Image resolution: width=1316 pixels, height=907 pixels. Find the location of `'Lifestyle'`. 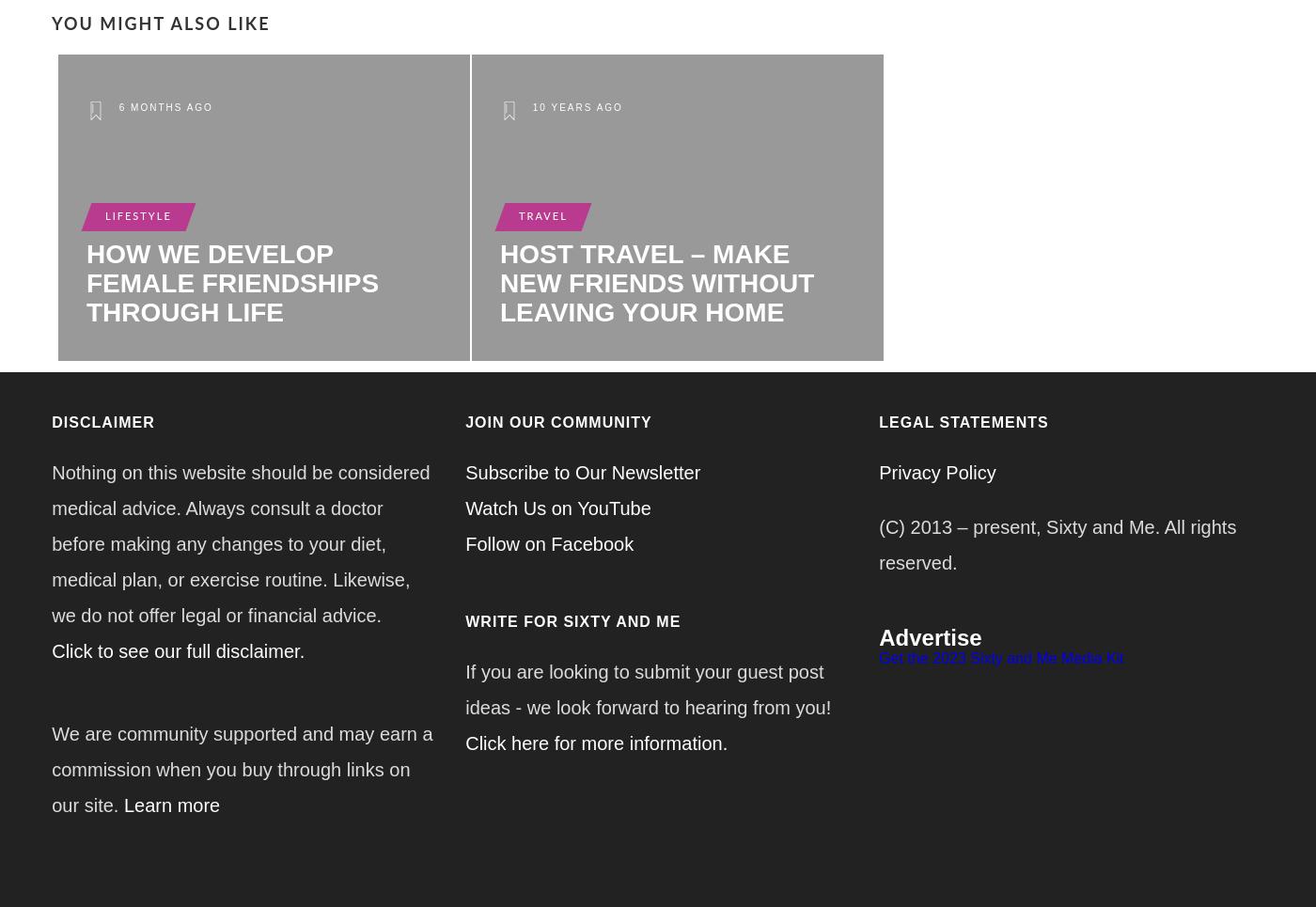

'Lifestyle' is located at coordinates (137, 215).